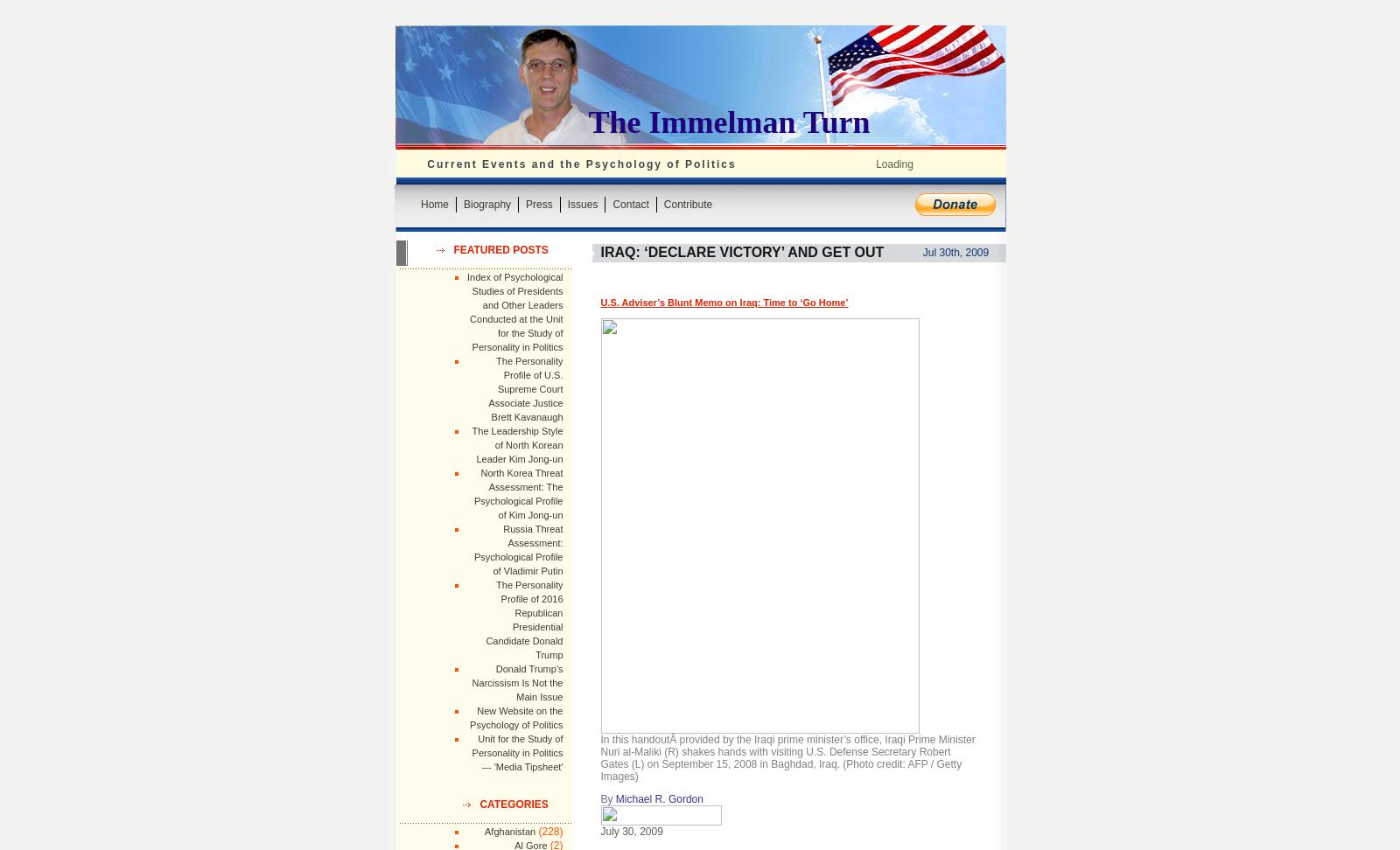 Image resolution: width=1400 pixels, height=850 pixels. What do you see at coordinates (486, 203) in the screenshot?
I see `'Biography'` at bounding box center [486, 203].